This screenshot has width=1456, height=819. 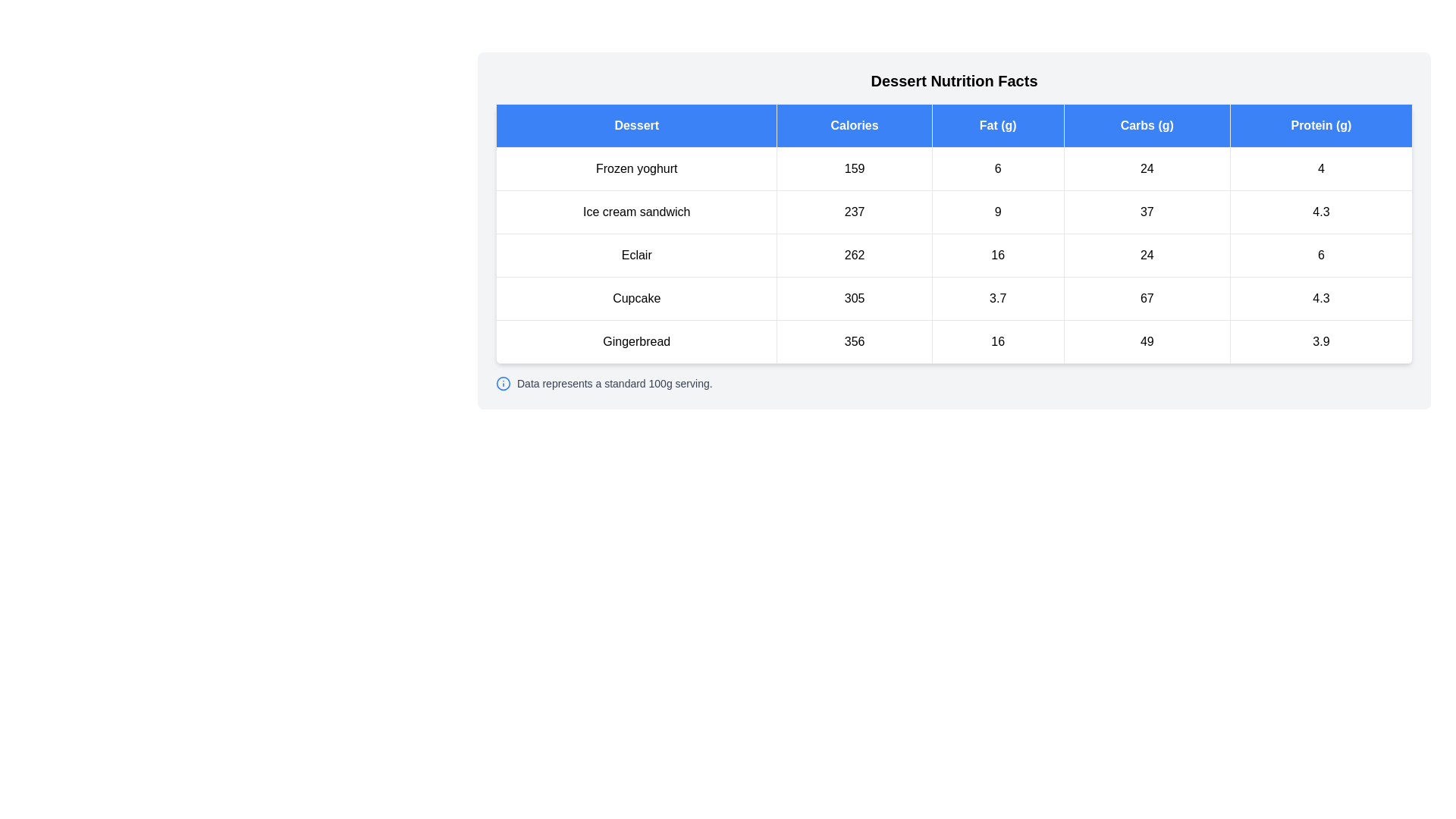 What do you see at coordinates (636, 212) in the screenshot?
I see `the text element corresponding to Ice cream sandwich` at bounding box center [636, 212].